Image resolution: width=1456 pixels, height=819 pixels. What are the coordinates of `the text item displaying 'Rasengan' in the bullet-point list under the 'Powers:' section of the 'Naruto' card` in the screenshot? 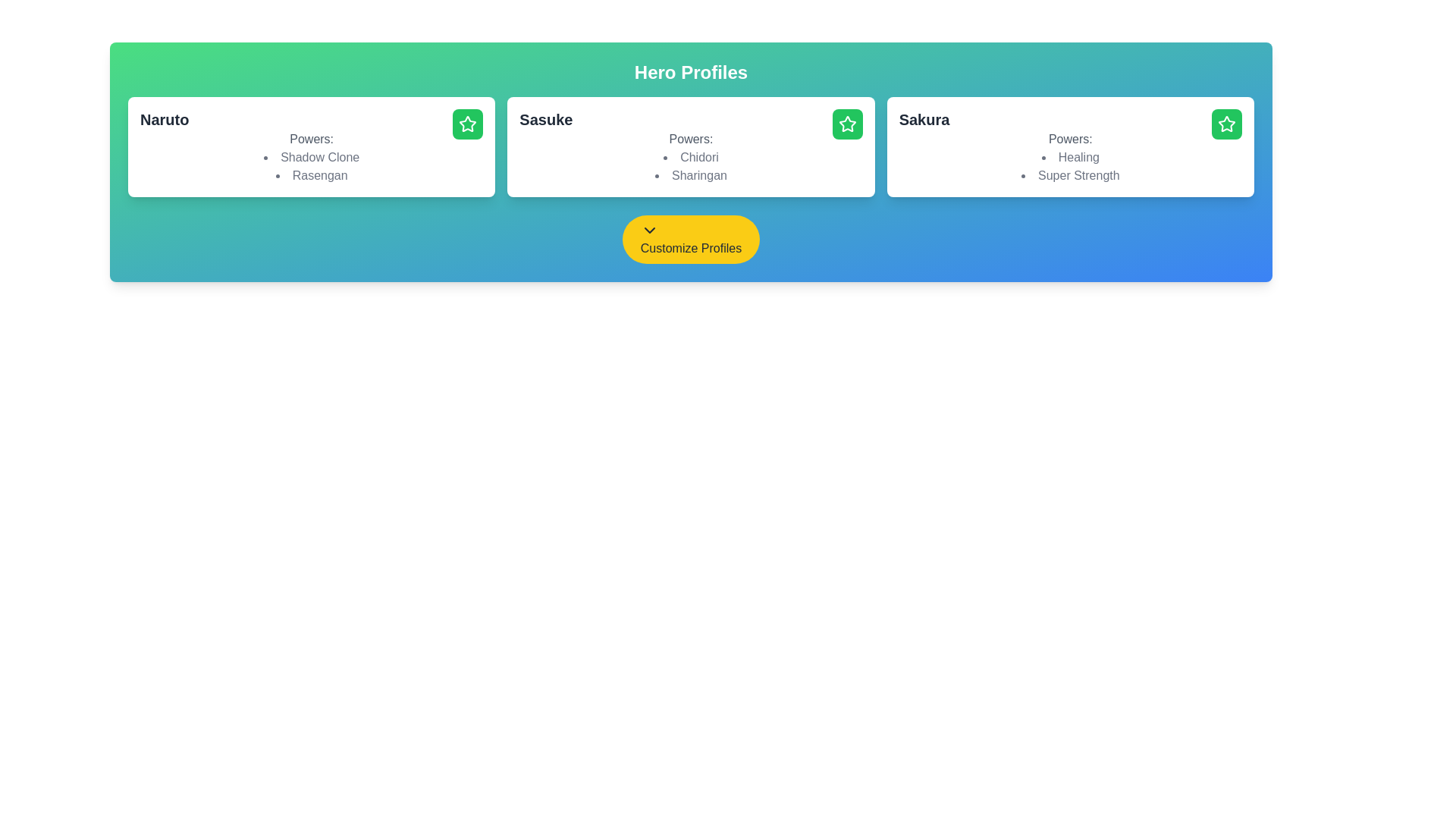 It's located at (311, 174).